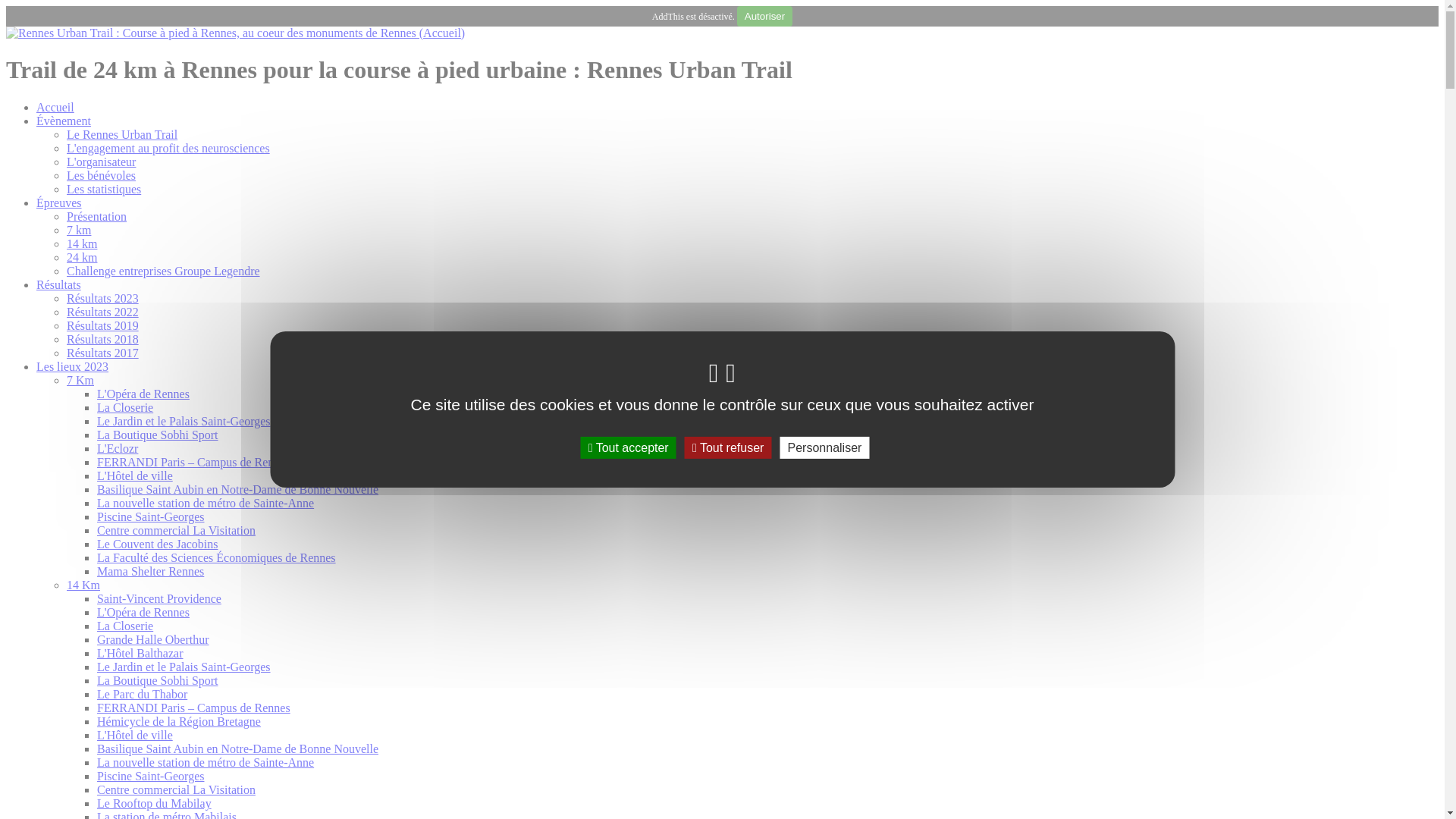 This screenshot has height=819, width=1456. What do you see at coordinates (824, 447) in the screenshot?
I see `'Personnaliser'` at bounding box center [824, 447].